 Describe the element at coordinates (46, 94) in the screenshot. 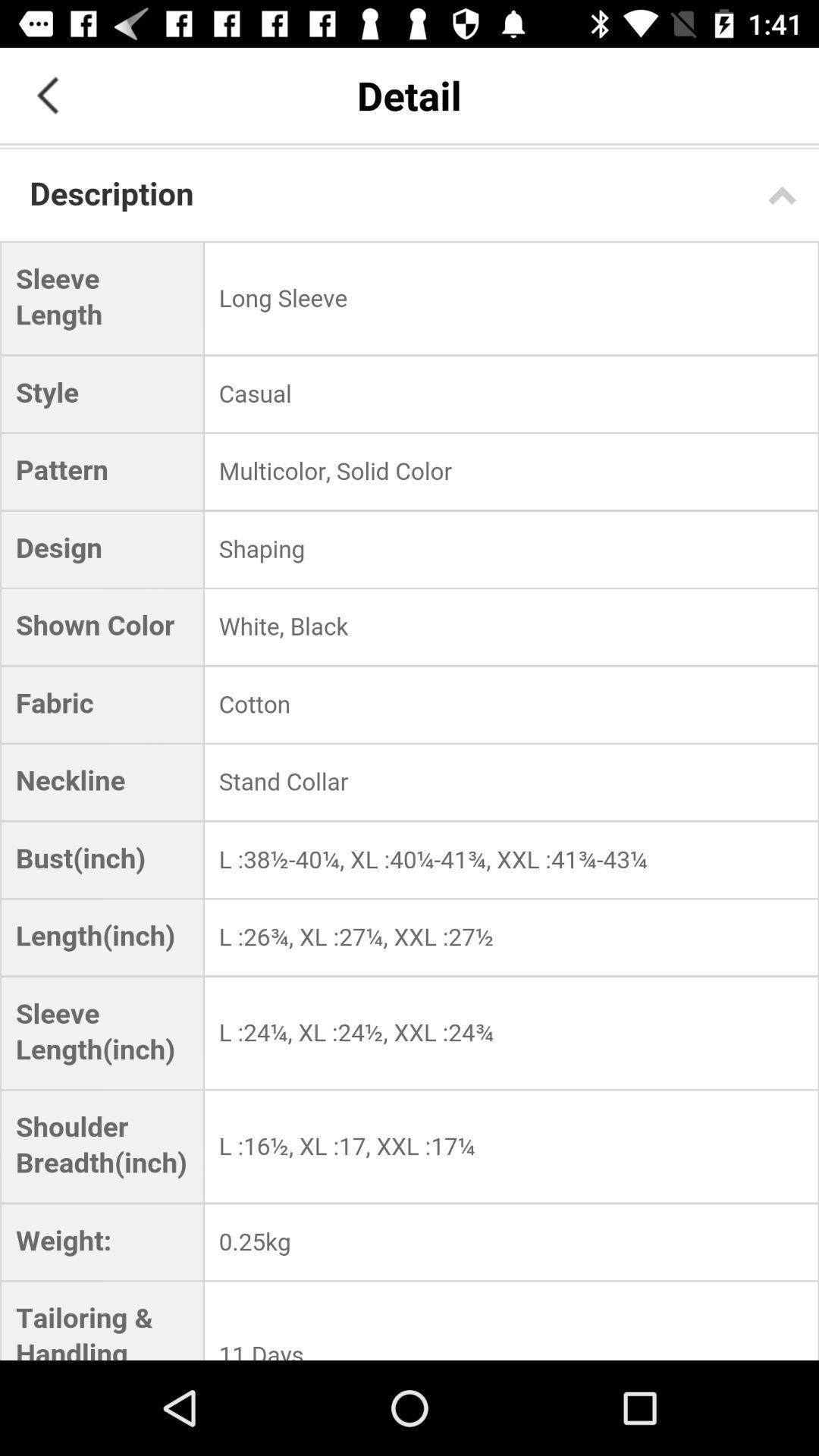

I see `previous page` at that location.